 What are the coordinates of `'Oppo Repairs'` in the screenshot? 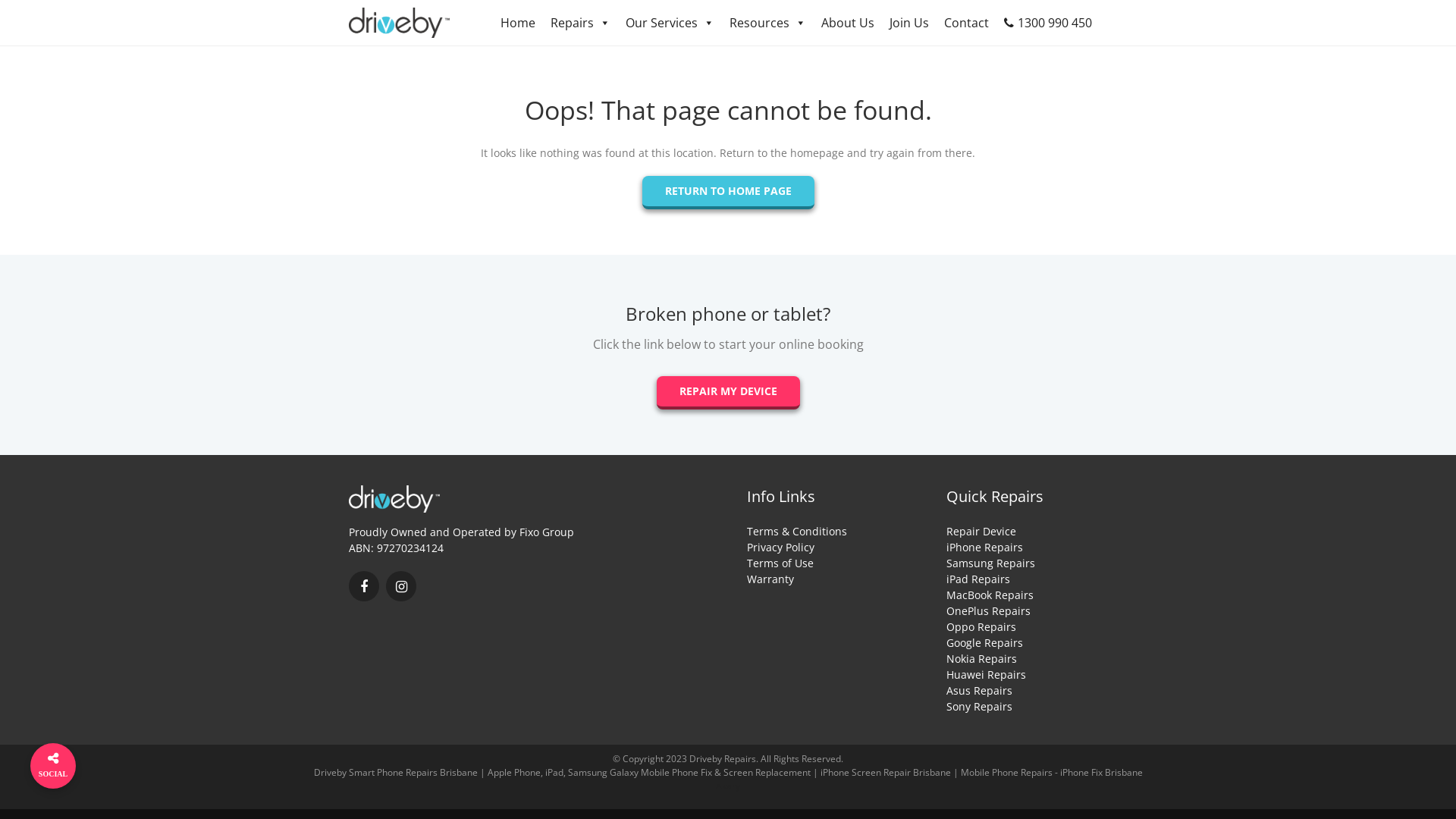 It's located at (981, 626).